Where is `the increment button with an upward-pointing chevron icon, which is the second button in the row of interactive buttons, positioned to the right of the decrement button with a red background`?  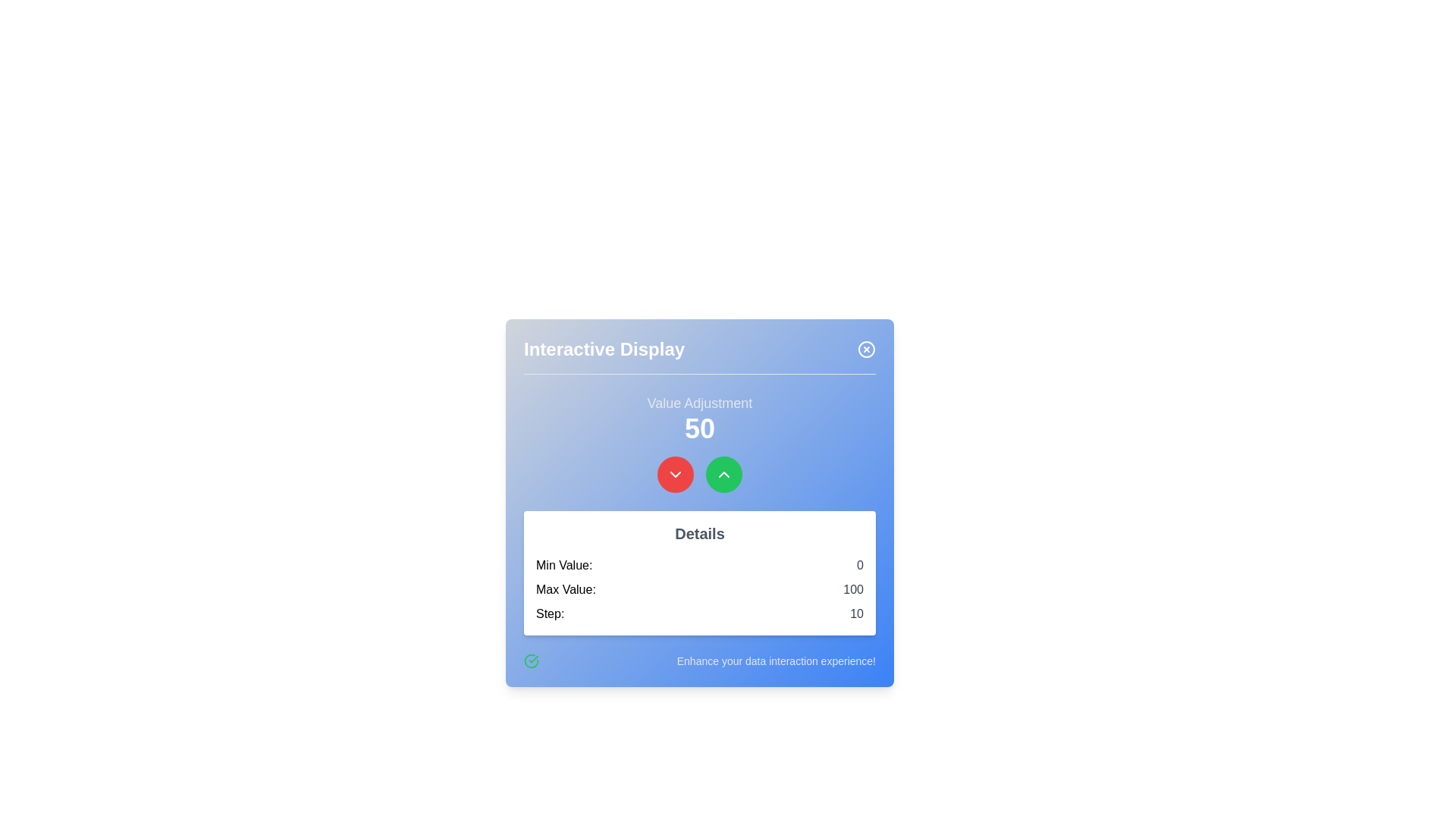
the increment button with an upward-pointing chevron icon, which is the second button in the row of interactive buttons, positioned to the right of the decrement button with a red background is located at coordinates (723, 473).